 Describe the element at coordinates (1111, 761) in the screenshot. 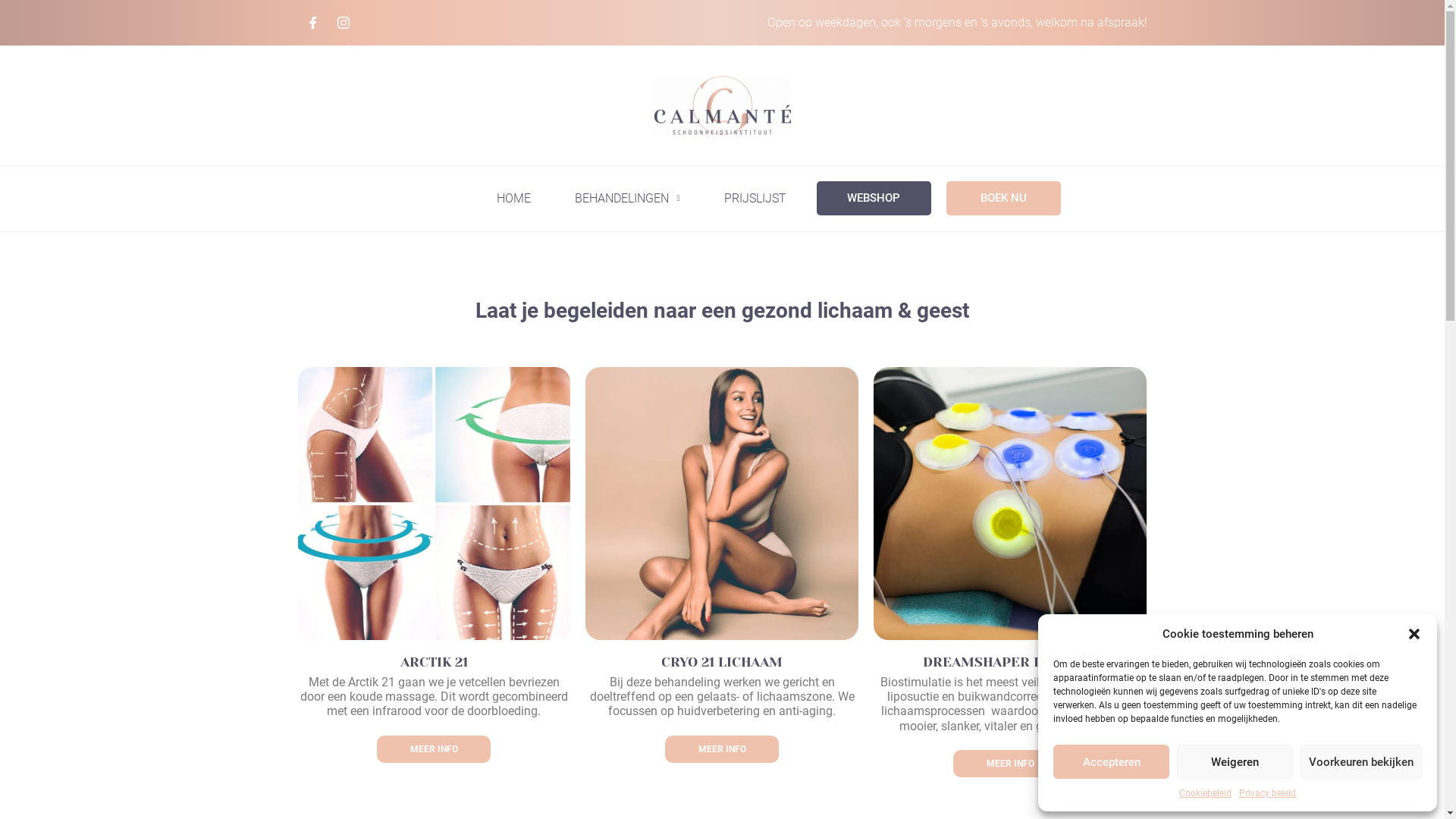

I see `'Accepteren'` at that location.